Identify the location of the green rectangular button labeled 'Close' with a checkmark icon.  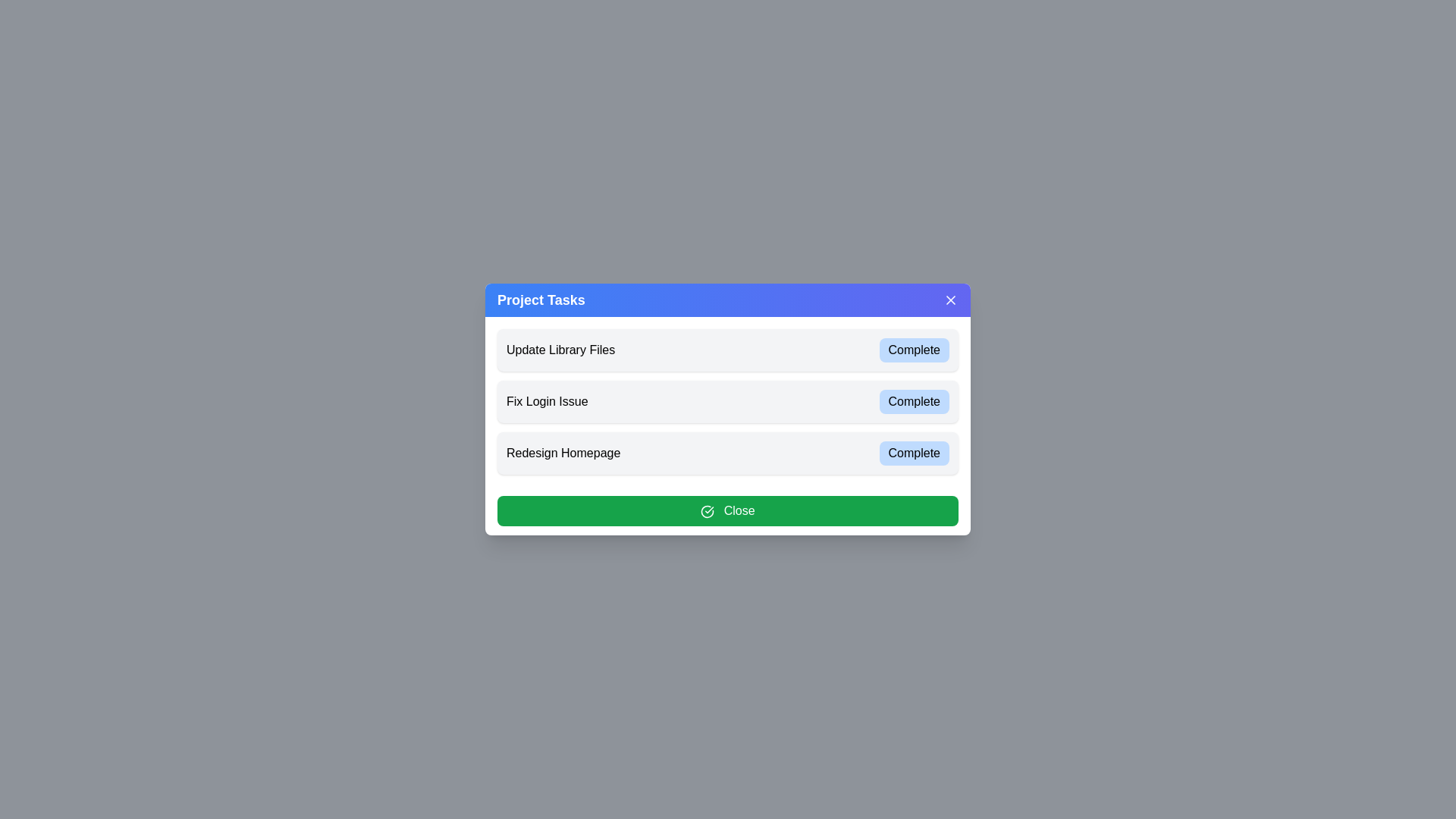
(728, 511).